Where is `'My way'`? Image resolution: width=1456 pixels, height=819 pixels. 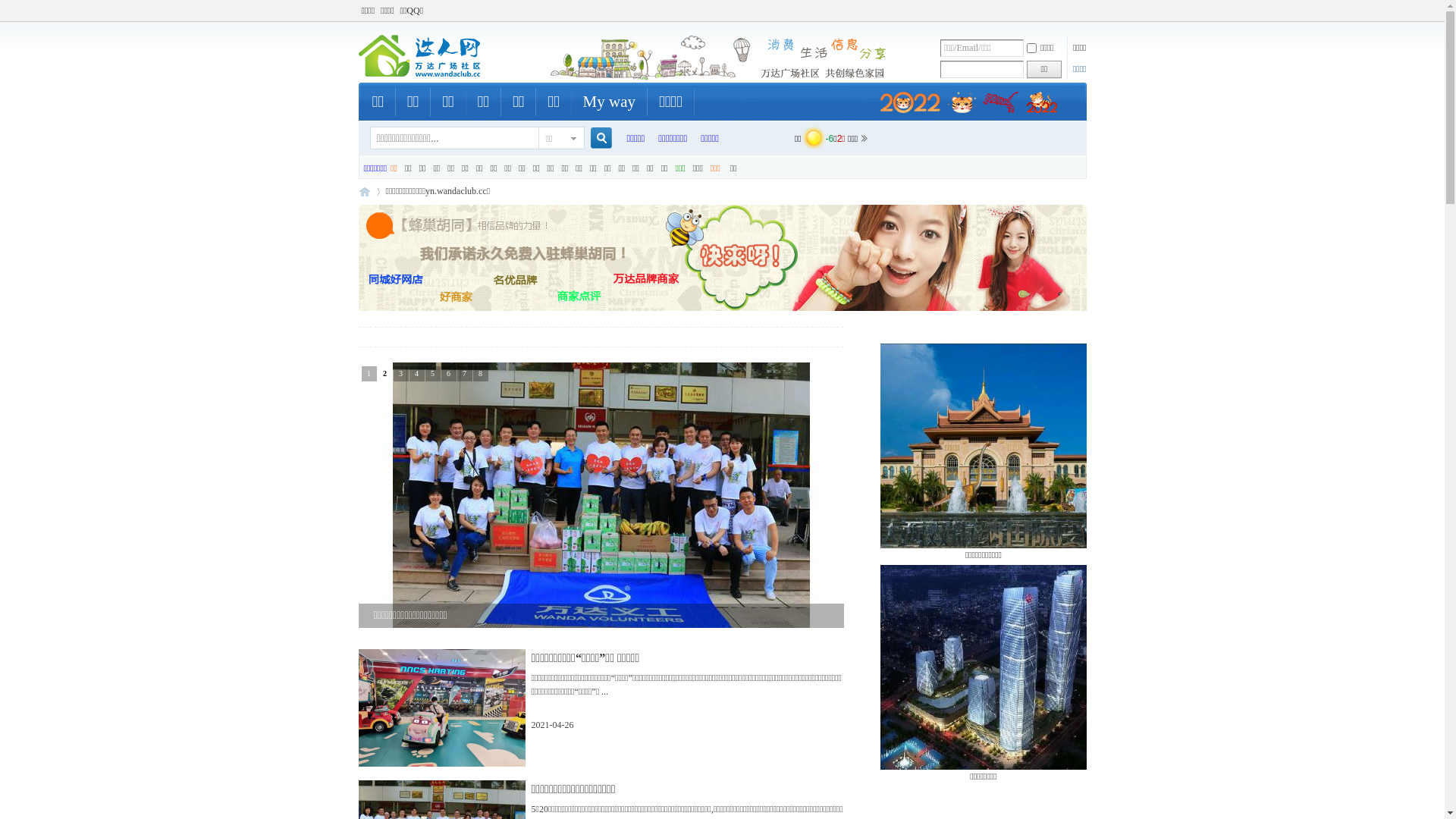
'My way' is located at coordinates (609, 102).